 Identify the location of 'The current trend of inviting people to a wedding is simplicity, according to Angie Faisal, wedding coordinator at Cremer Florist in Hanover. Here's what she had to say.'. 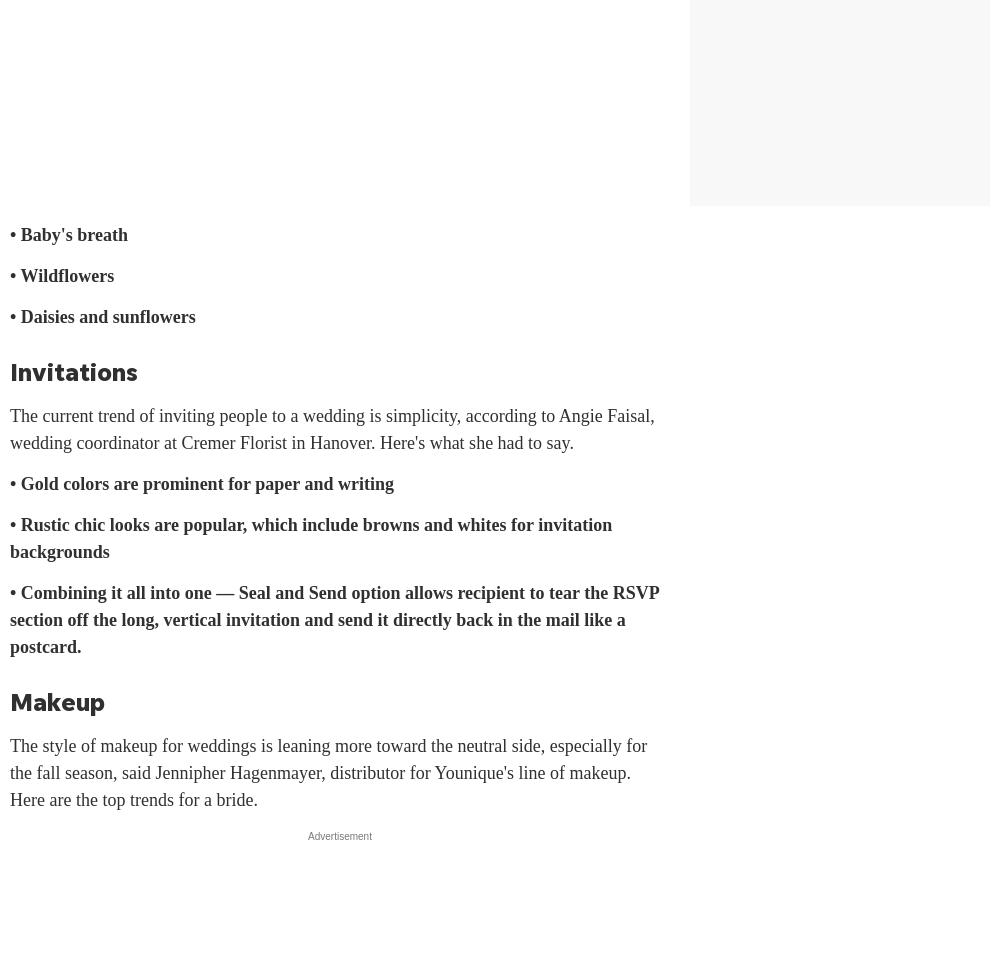
(331, 429).